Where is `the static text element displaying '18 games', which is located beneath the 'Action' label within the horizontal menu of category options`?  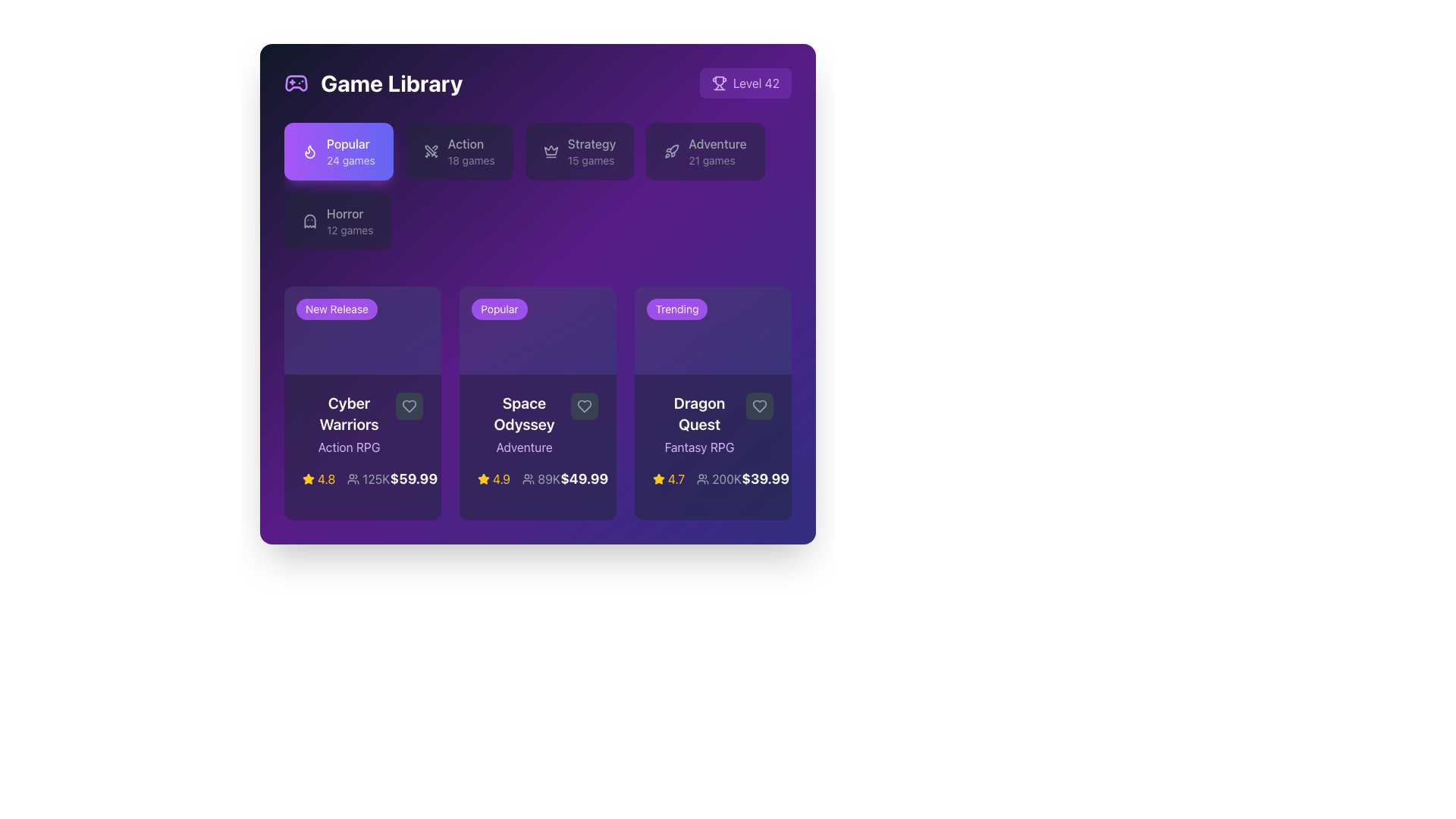
the static text element displaying '18 games', which is located beneath the 'Action' label within the horizontal menu of category options is located at coordinates (470, 161).